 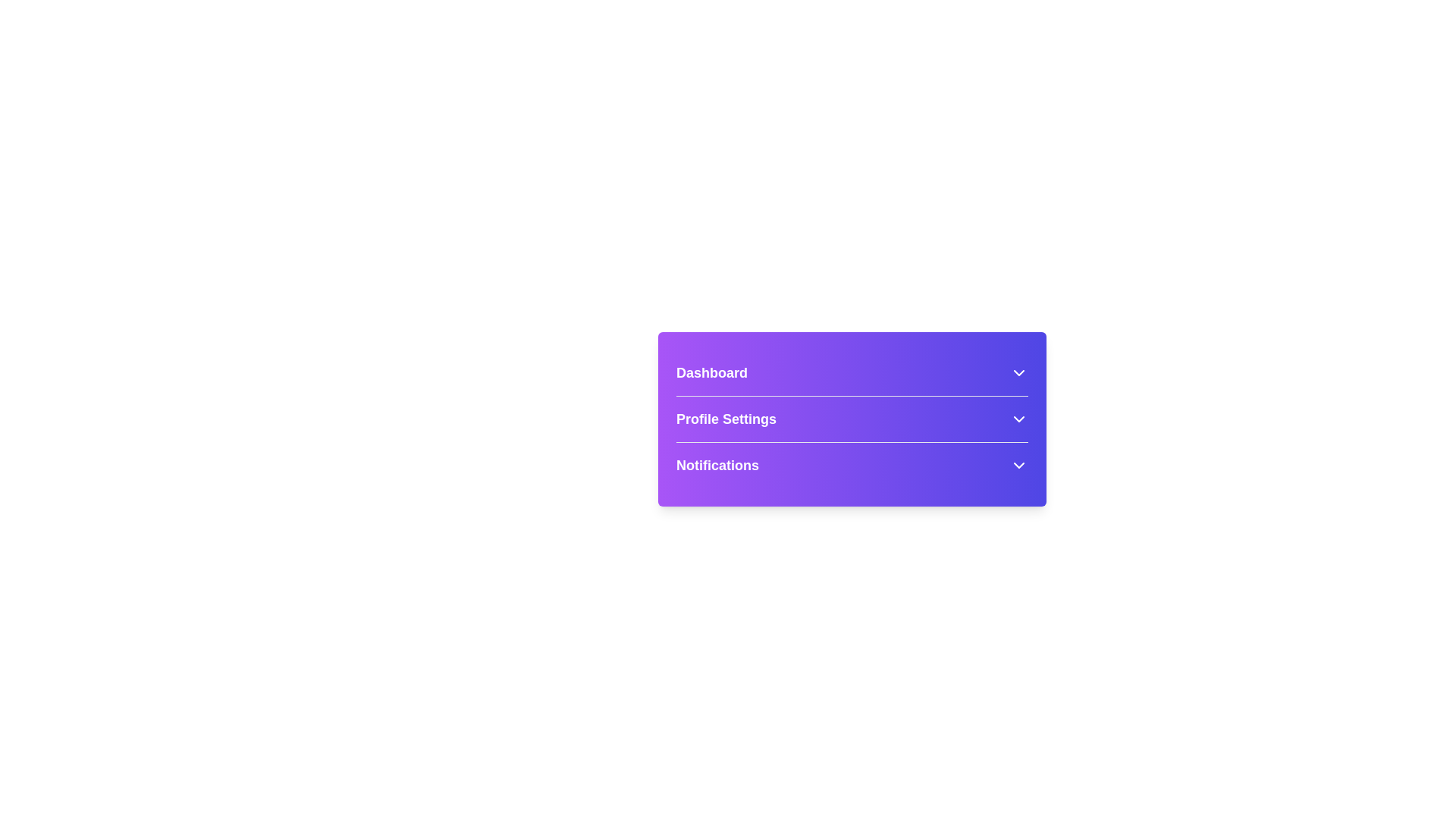 What do you see at coordinates (852, 464) in the screenshot?
I see `the menu item labeled 'Notifications' to expand and read its description` at bounding box center [852, 464].